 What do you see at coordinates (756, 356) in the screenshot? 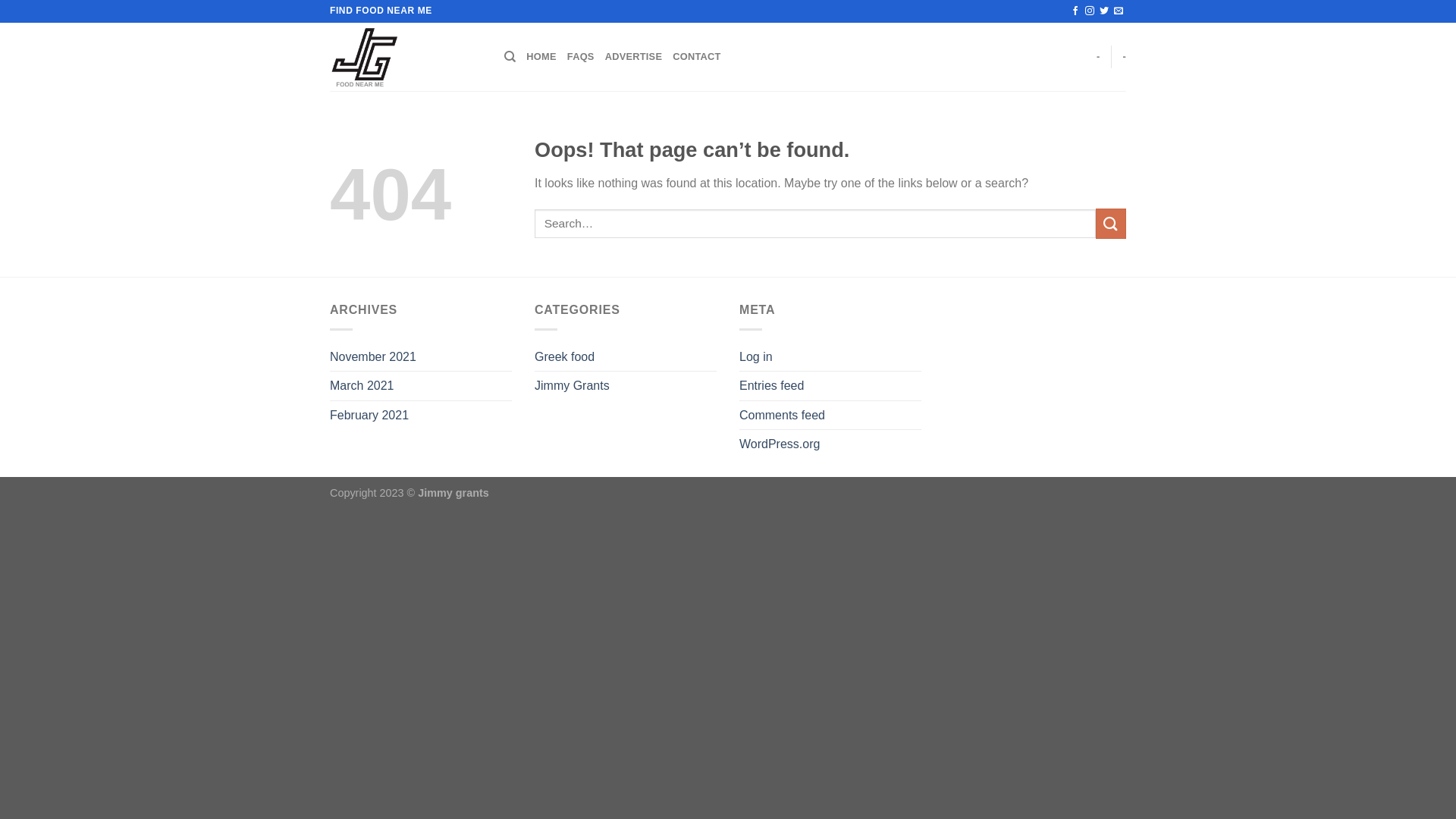
I see `'Log in'` at bounding box center [756, 356].